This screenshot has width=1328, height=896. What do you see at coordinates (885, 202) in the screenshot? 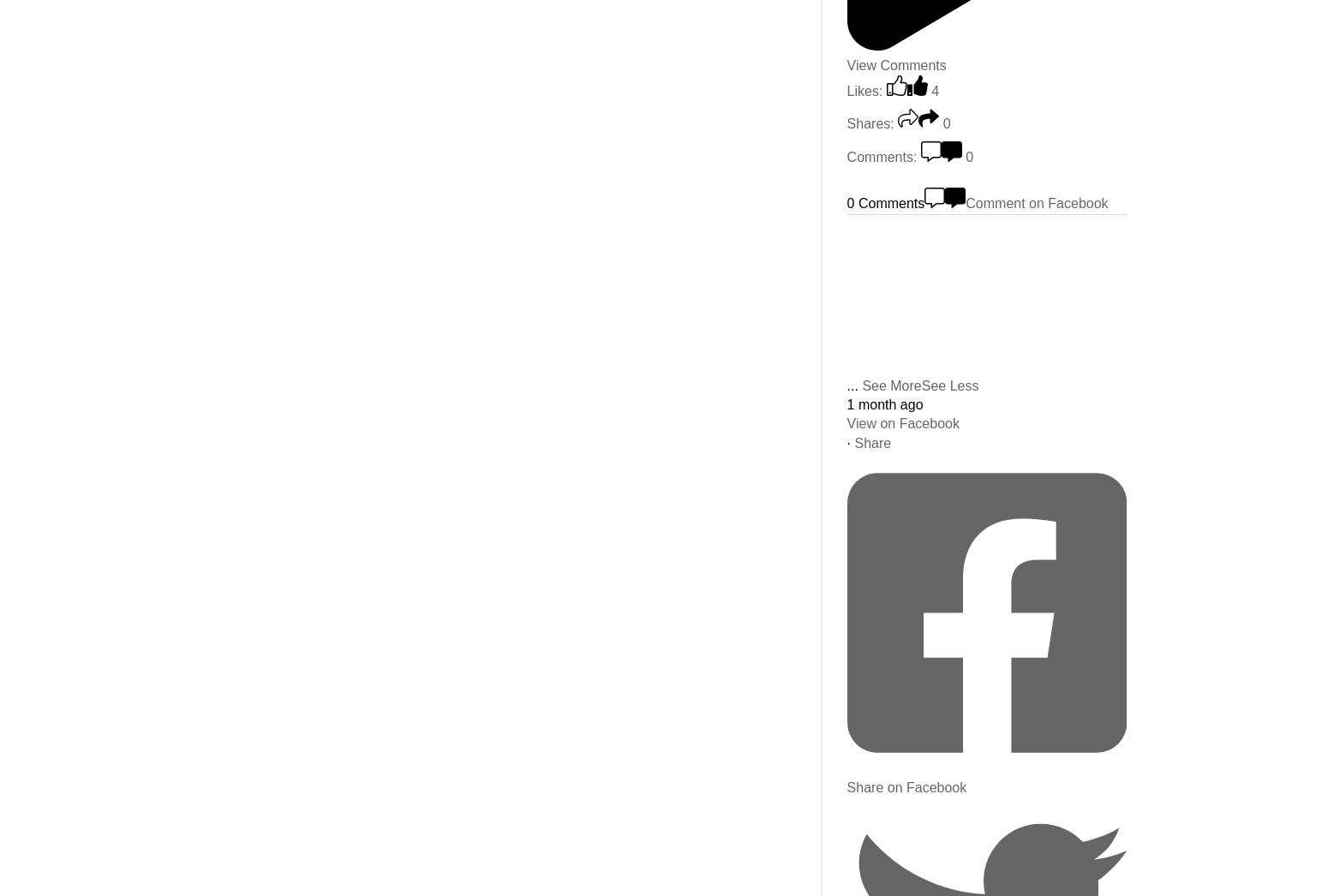
I see `'0 Comments'` at bounding box center [885, 202].